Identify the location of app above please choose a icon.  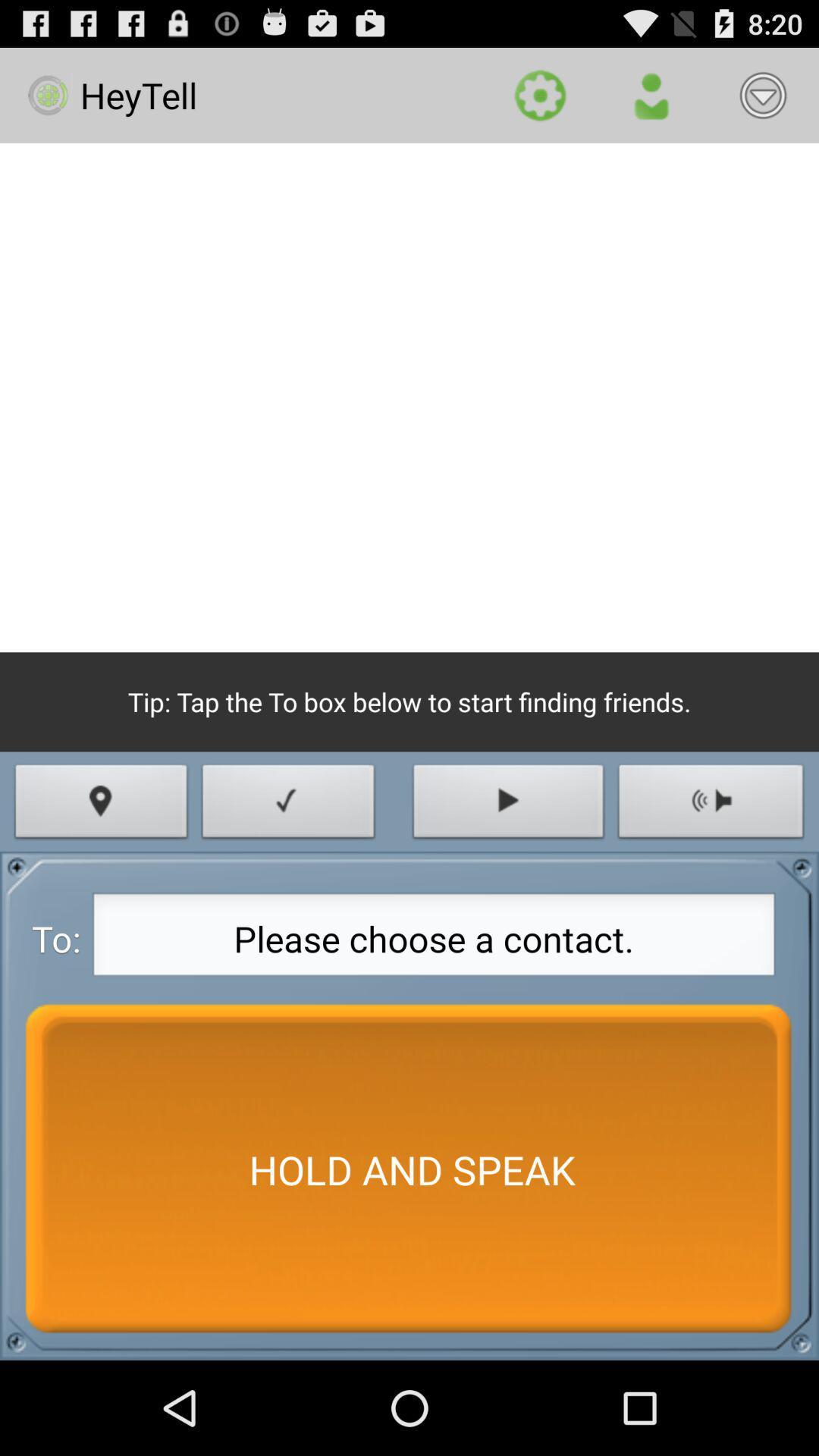
(288, 805).